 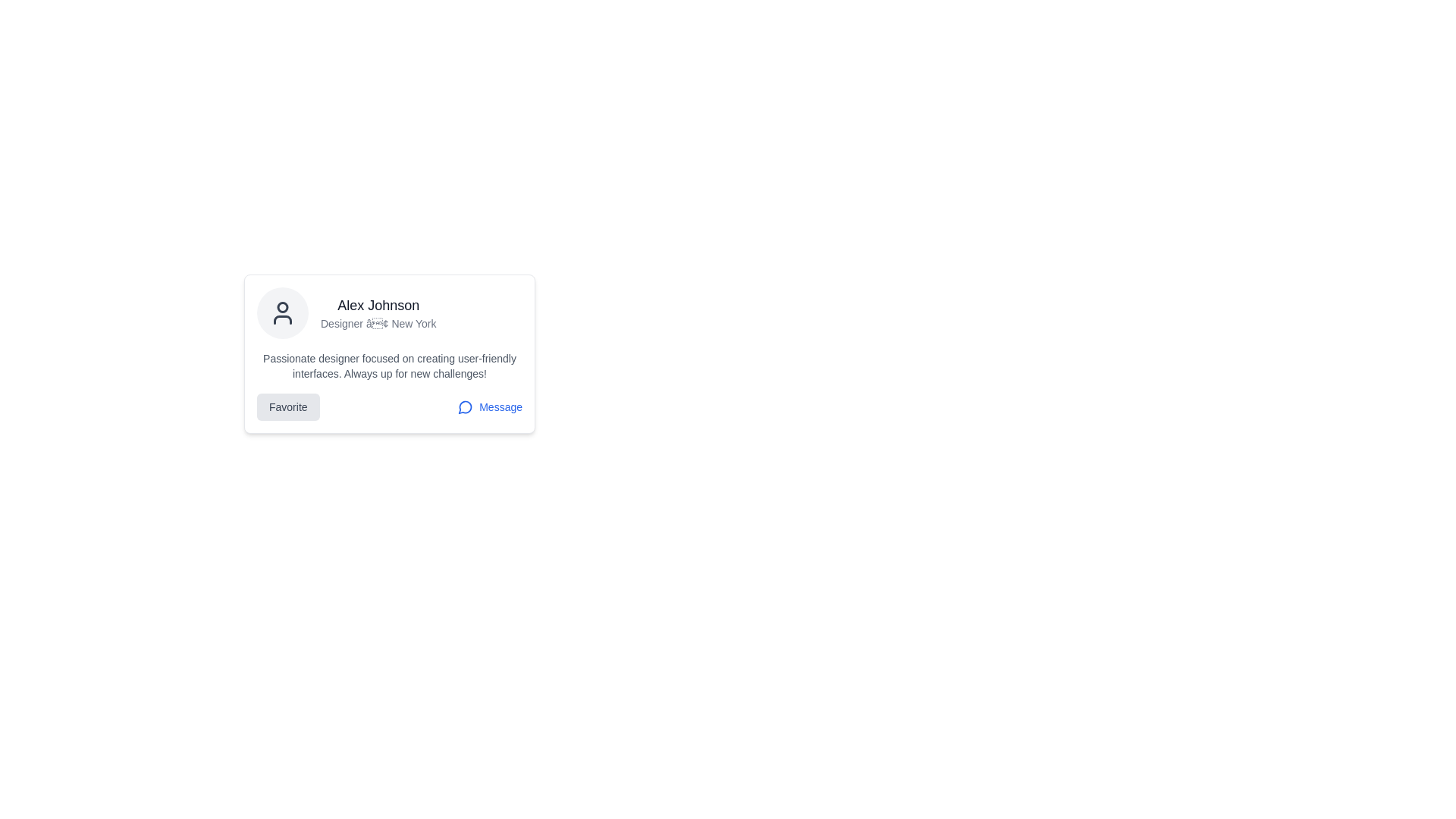 What do you see at coordinates (283, 312) in the screenshot?
I see `the user icon, which is a minimalist silhouette of a person's upper body and head, outlined in dark gray within a circular light gray background, located above the name 'Alex Johnson' in the user profile card` at bounding box center [283, 312].